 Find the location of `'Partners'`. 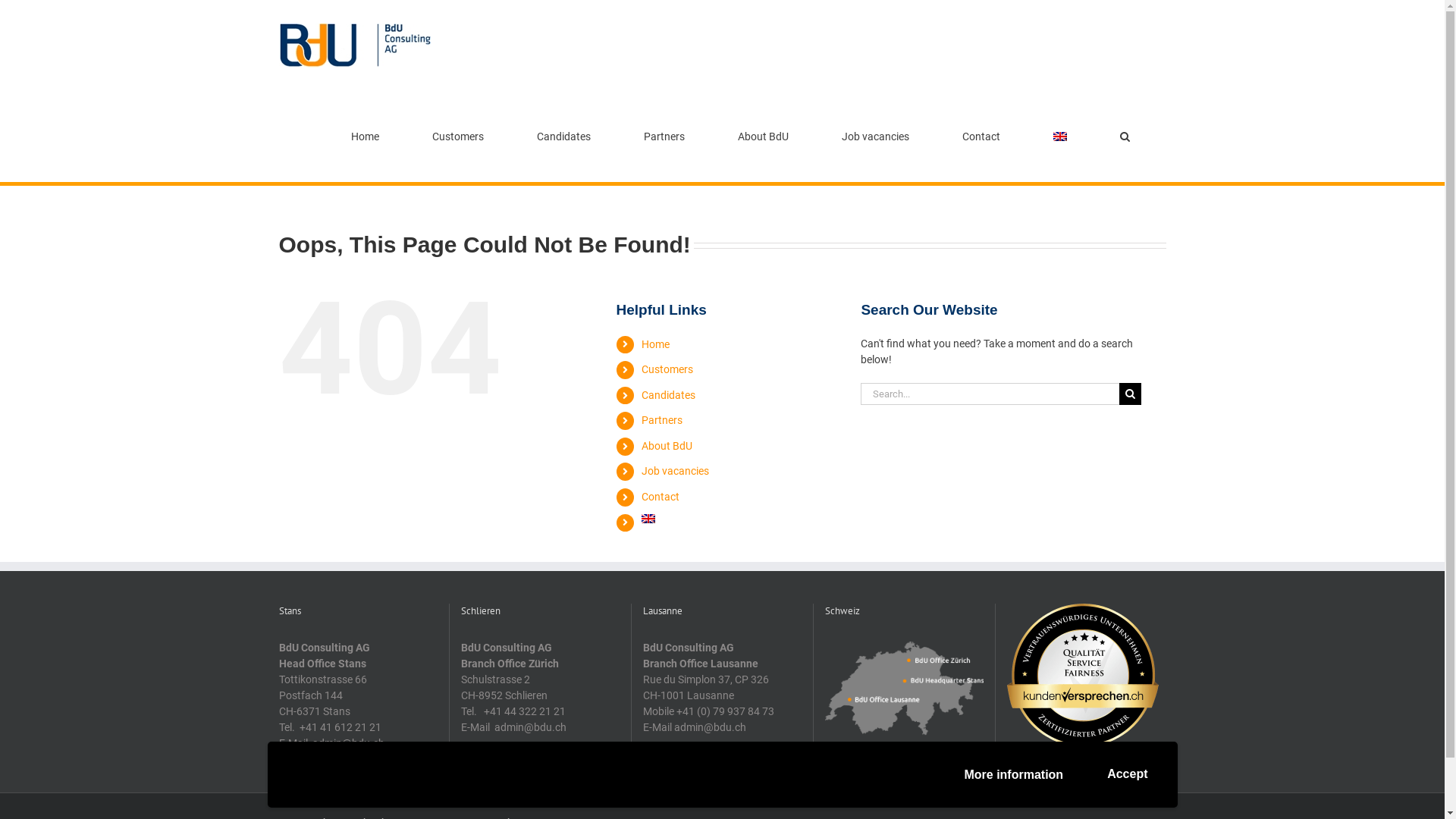

'Partners' is located at coordinates (664, 136).